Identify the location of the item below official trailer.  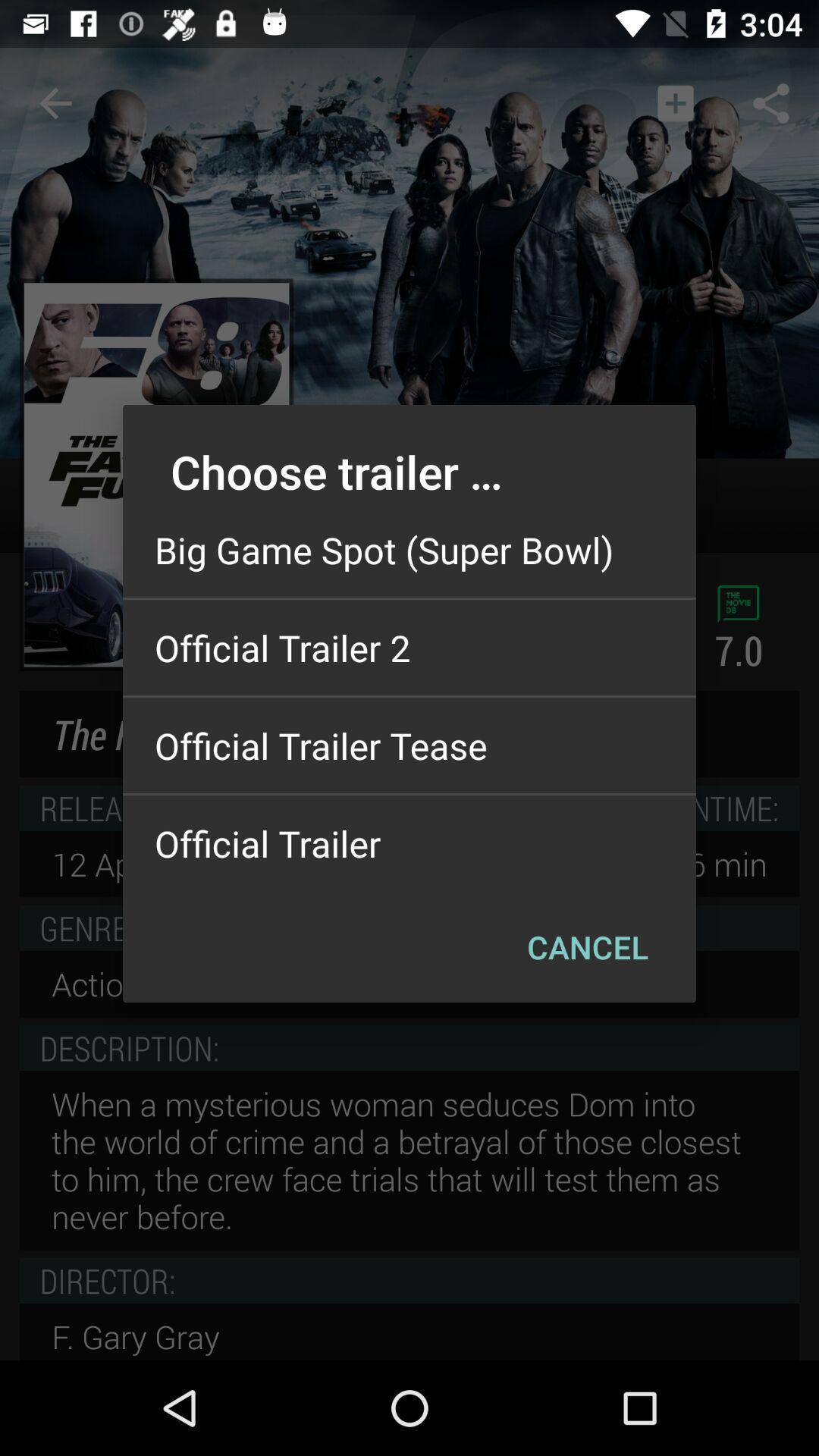
(587, 946).